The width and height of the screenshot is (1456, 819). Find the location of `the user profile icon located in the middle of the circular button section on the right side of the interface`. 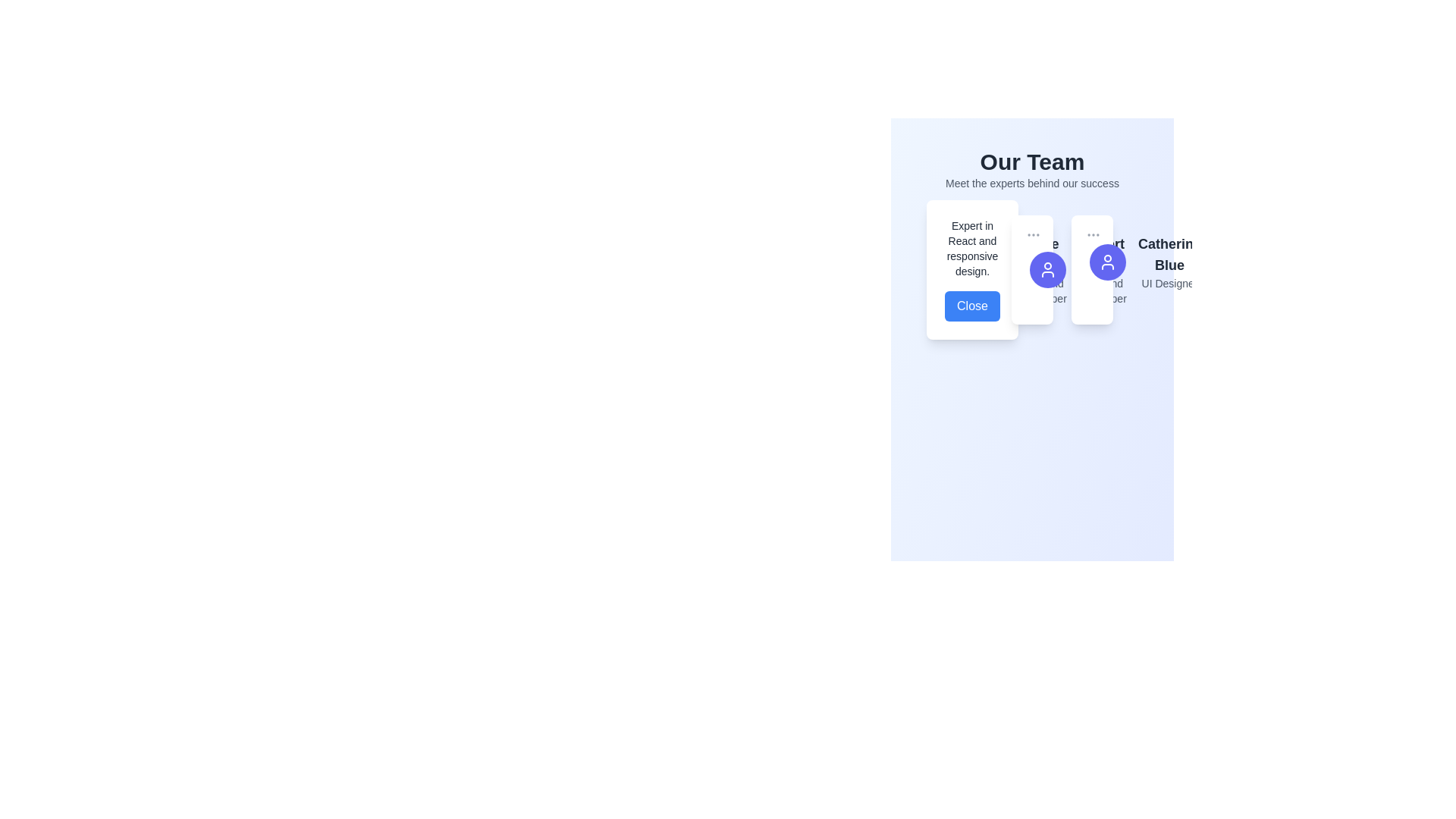

the user profile icon located in the middle of the circular button section on the right side of the interface is located at coordinates (1107, 262).